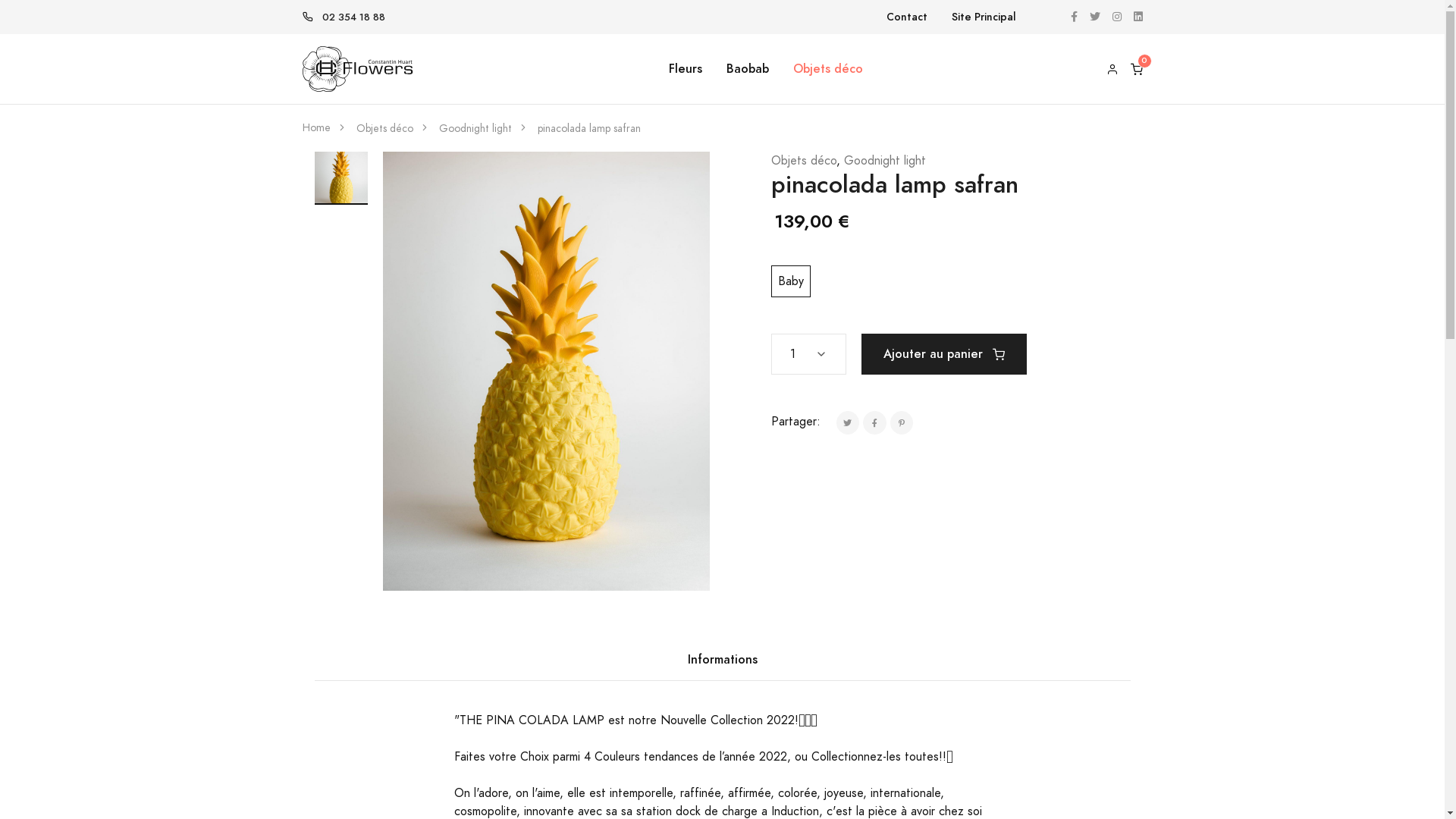  What do you see at coordinates (684, 69) in the screenshot?
I see `'Fleurs'` at bounding box center [684, 69].